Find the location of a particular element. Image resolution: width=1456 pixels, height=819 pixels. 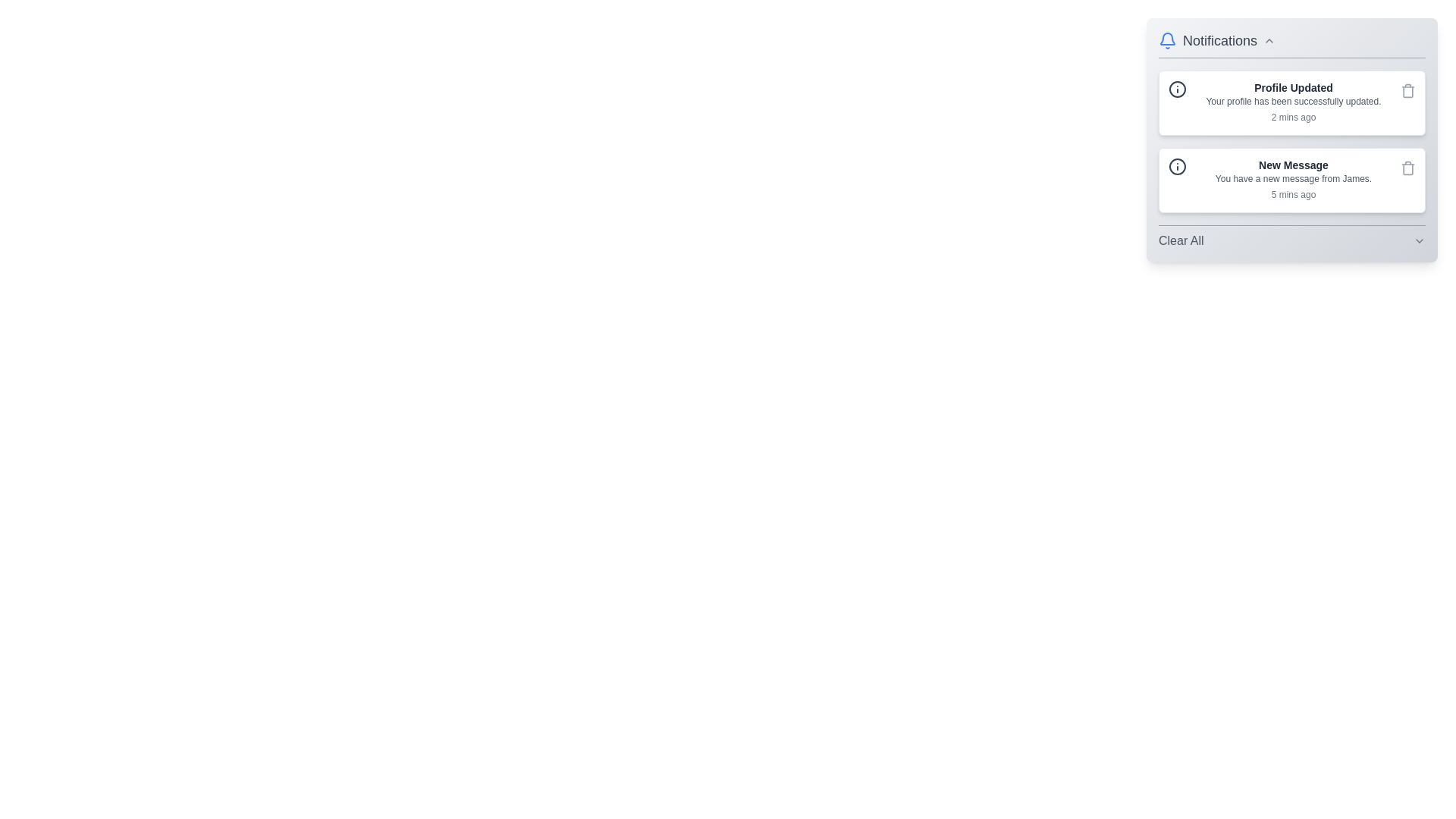

delete button for the notification titled 'New Message' is located at coordinates (1407, 168).